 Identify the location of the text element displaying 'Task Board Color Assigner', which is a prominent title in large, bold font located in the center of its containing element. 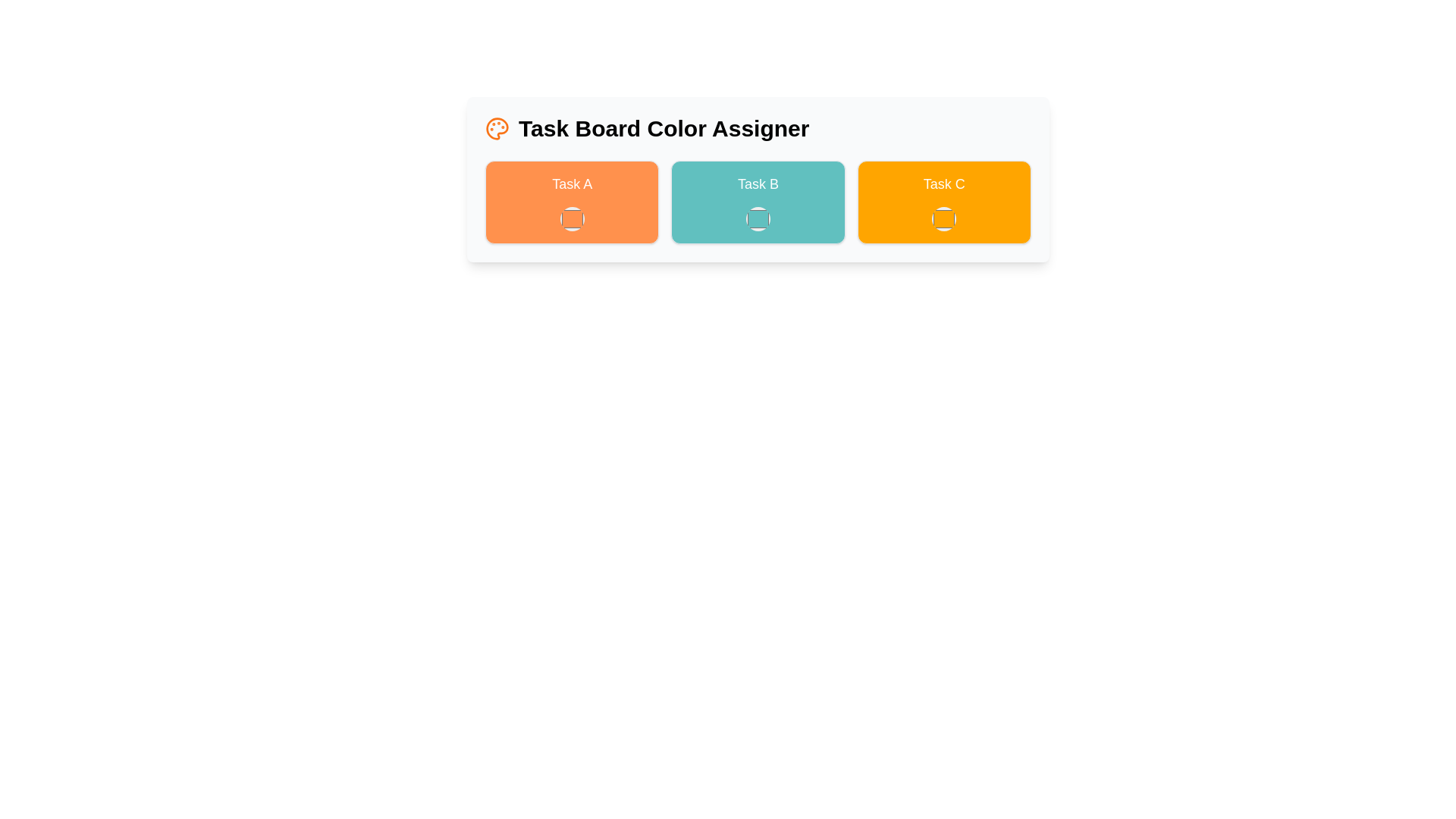
(664, 127).